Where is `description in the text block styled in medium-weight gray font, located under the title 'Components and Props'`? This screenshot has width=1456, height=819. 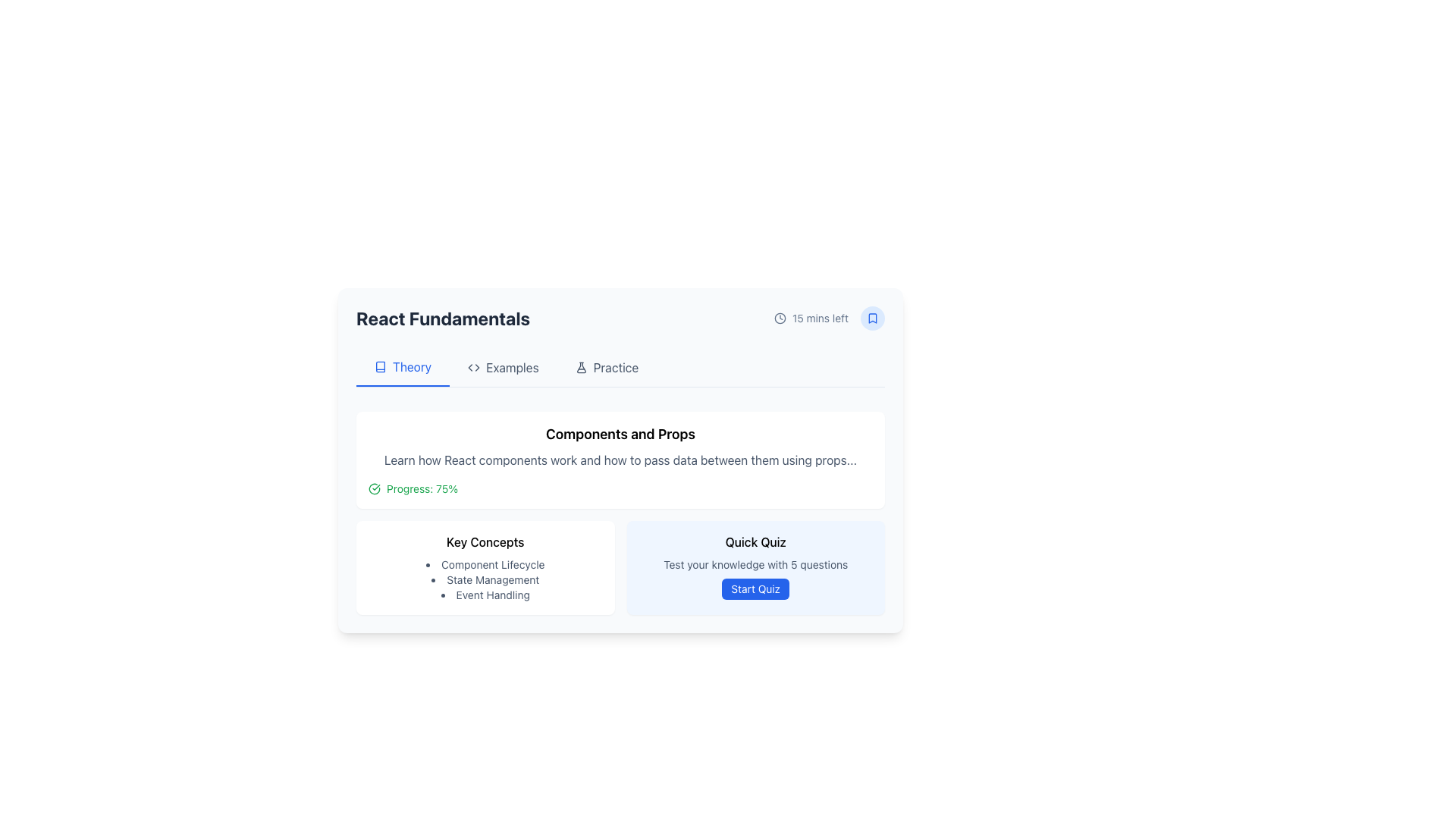
description in the text block styled in medium-weight gray font, located under the title 'Components and Props' is located at coordinates (620, 459).